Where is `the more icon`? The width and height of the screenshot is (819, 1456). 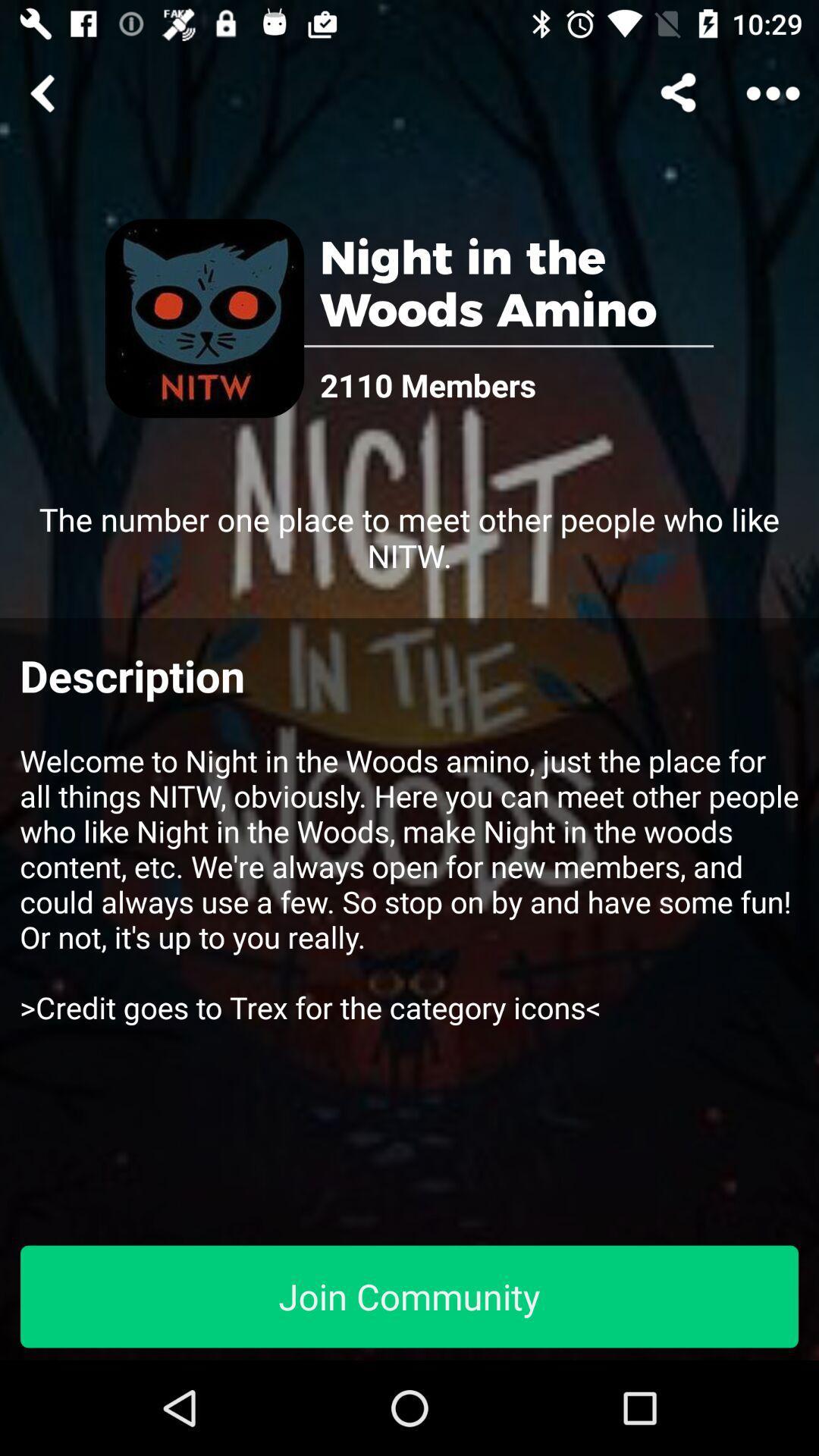
the more icon is located at coordinates (773, 93).